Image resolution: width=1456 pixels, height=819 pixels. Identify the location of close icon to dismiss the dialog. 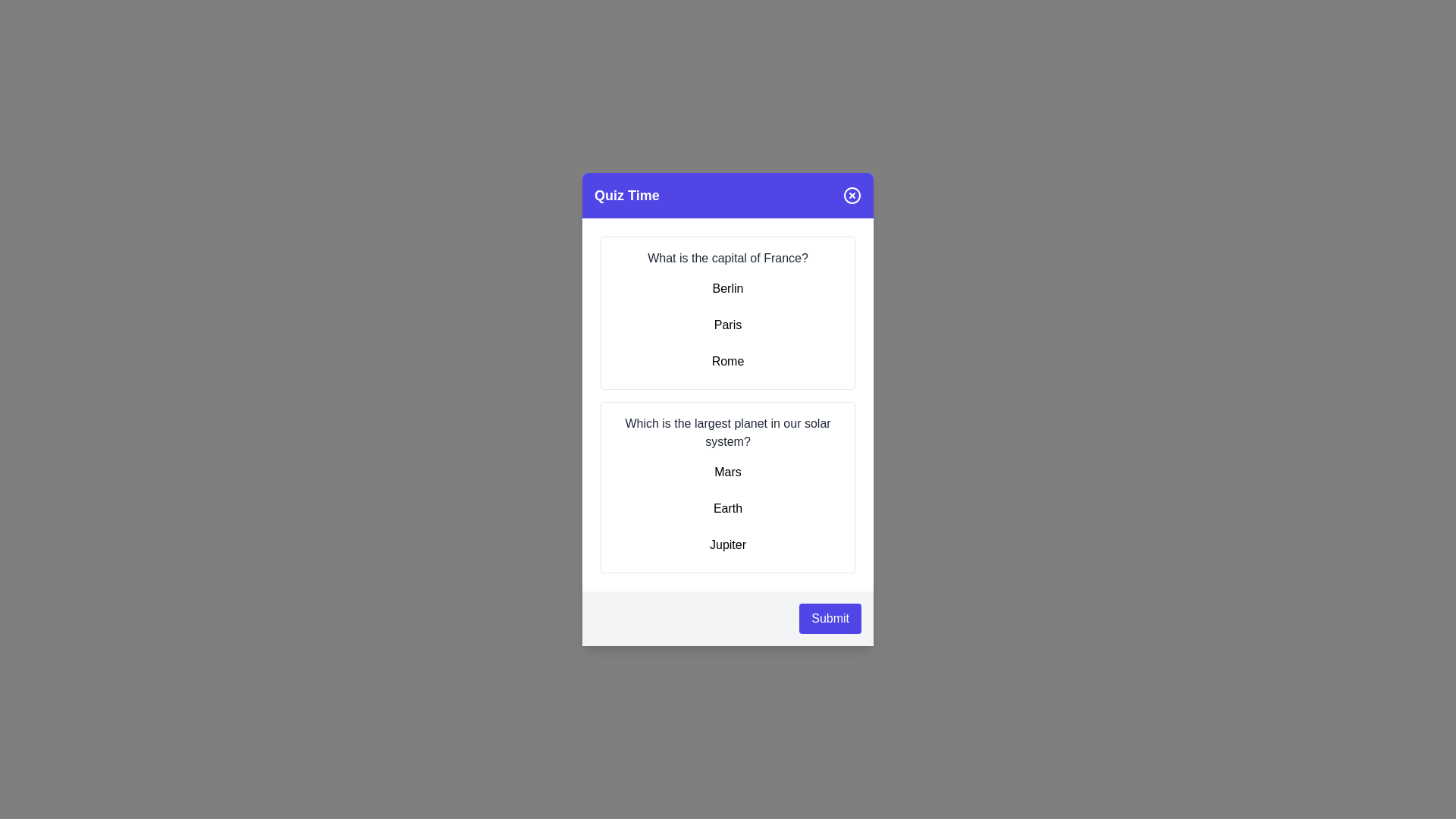
(852, 195).